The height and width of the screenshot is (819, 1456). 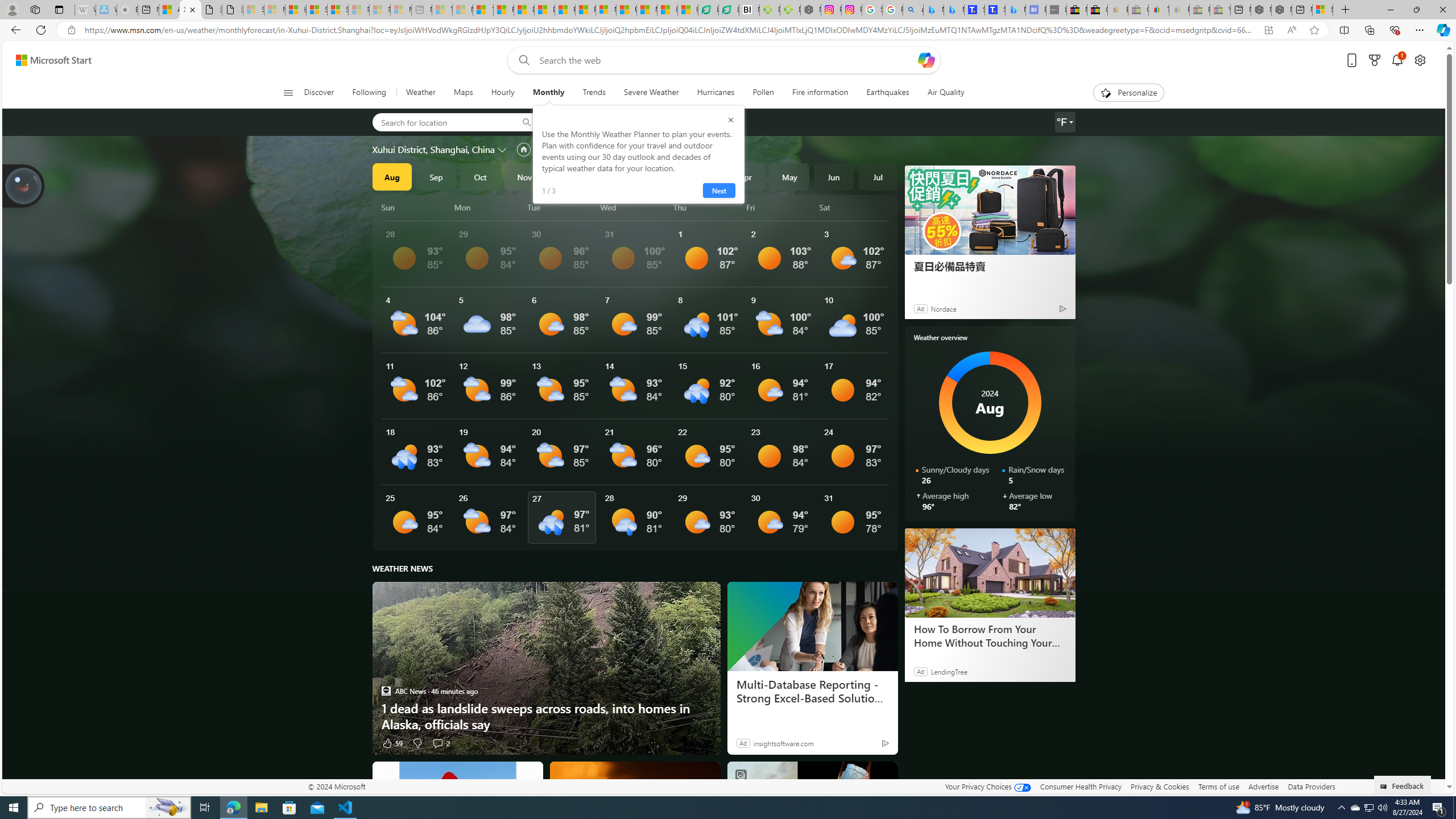 I want to click on 'Microsoft Bing Travel - Shangri-La Hotel Bangkok', so click(x=1015, y=9).